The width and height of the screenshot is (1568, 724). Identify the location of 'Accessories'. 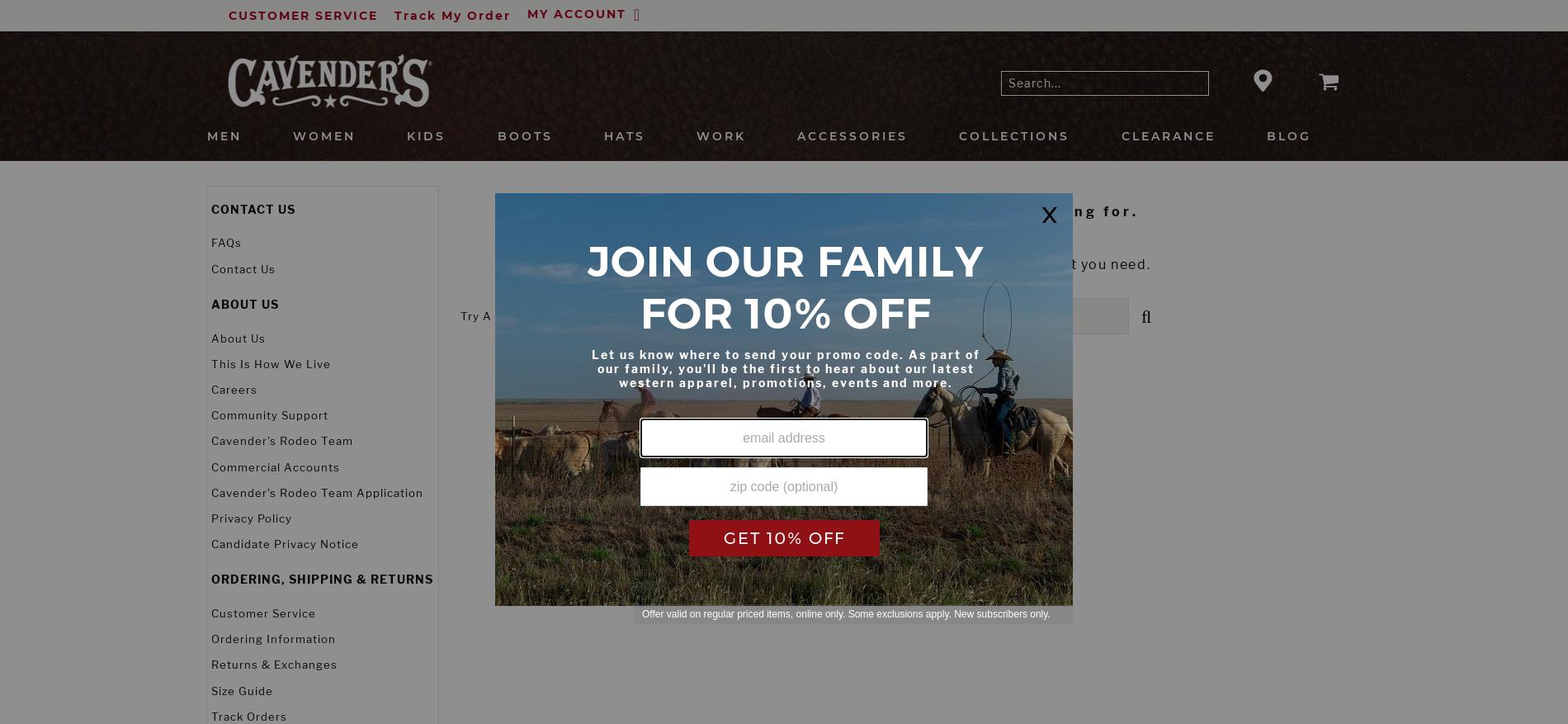
(852, 135).